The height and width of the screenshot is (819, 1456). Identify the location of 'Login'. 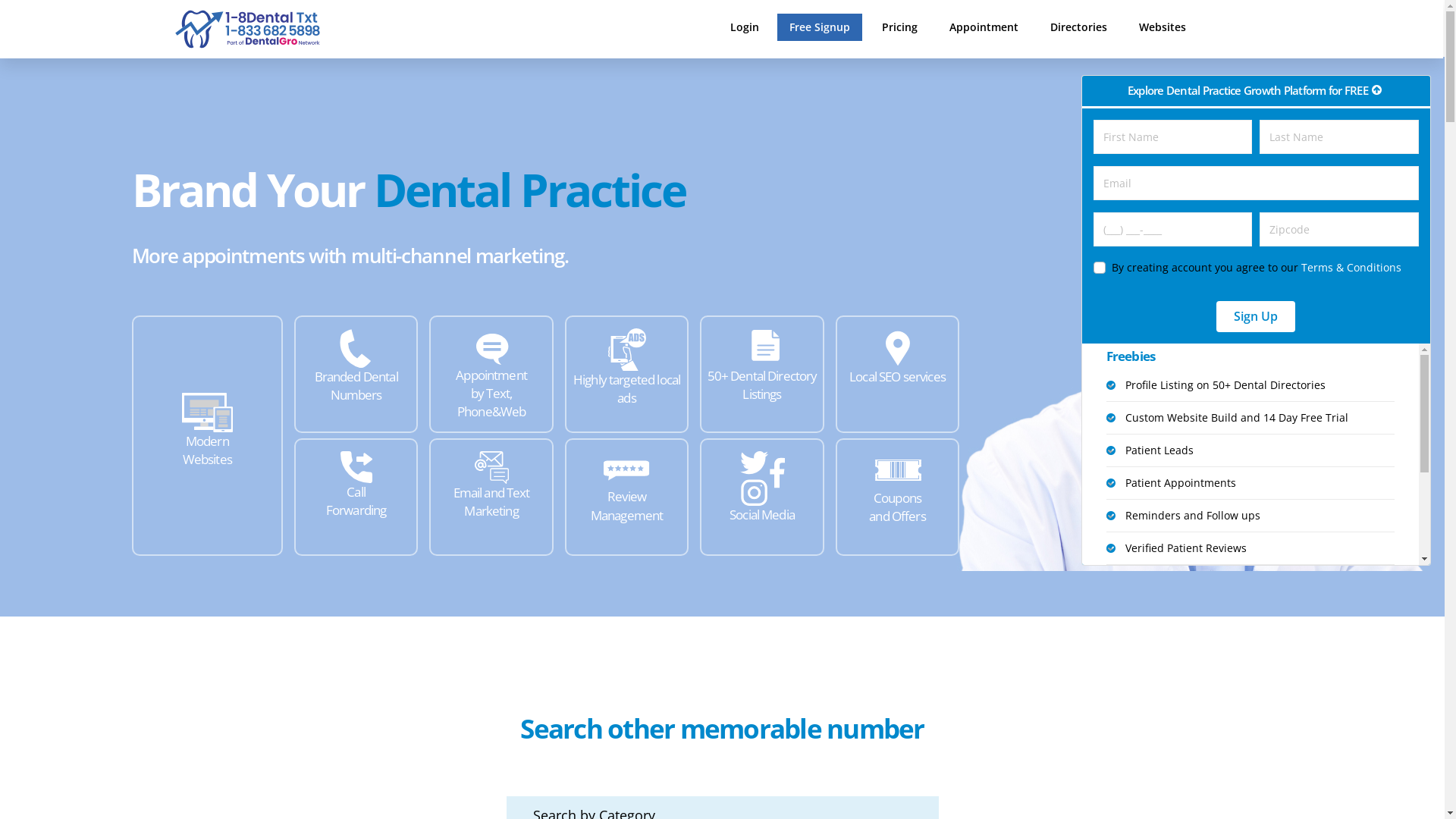
(745, 27).